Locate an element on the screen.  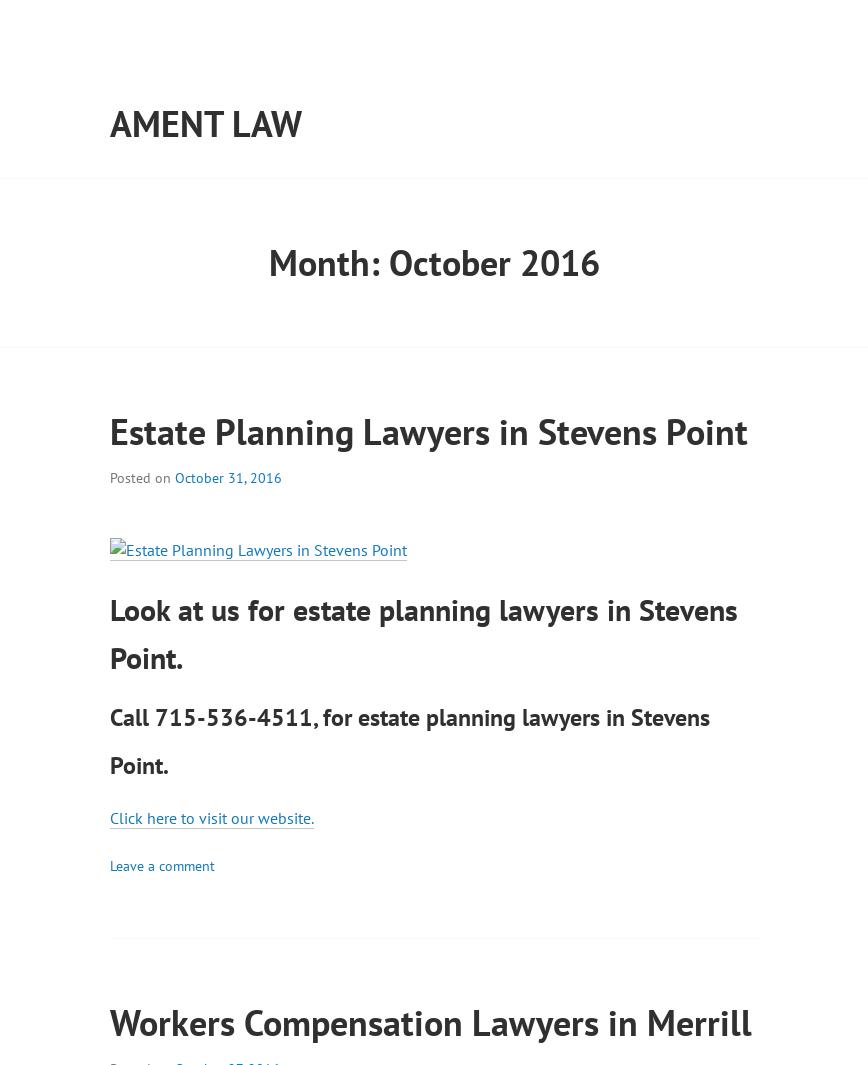
'October 2016' is located at coordinates (387, 260).